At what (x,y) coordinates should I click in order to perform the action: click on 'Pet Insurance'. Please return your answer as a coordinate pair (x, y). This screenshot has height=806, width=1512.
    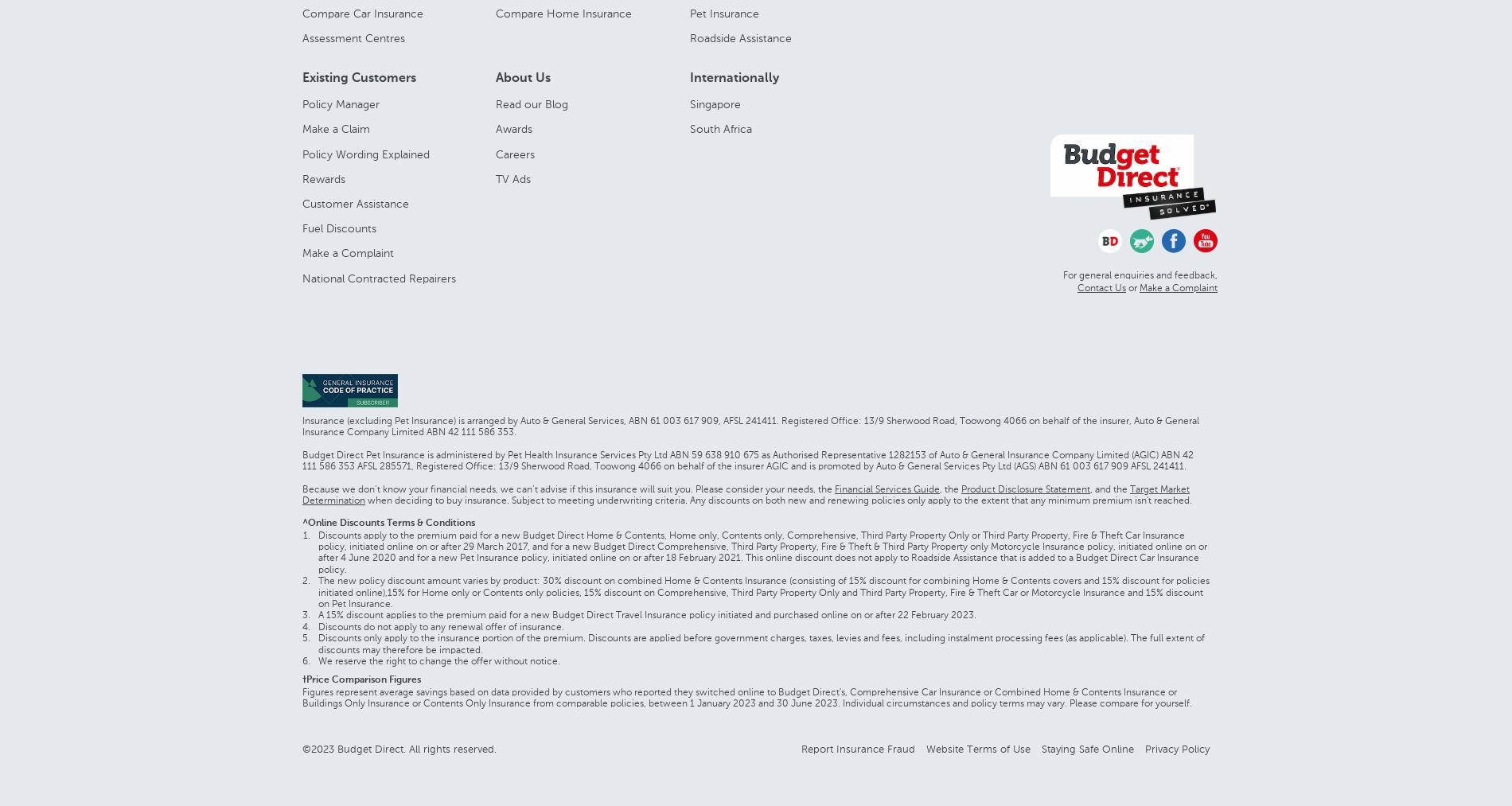
    Looking at the image, I should click on (723, 13).